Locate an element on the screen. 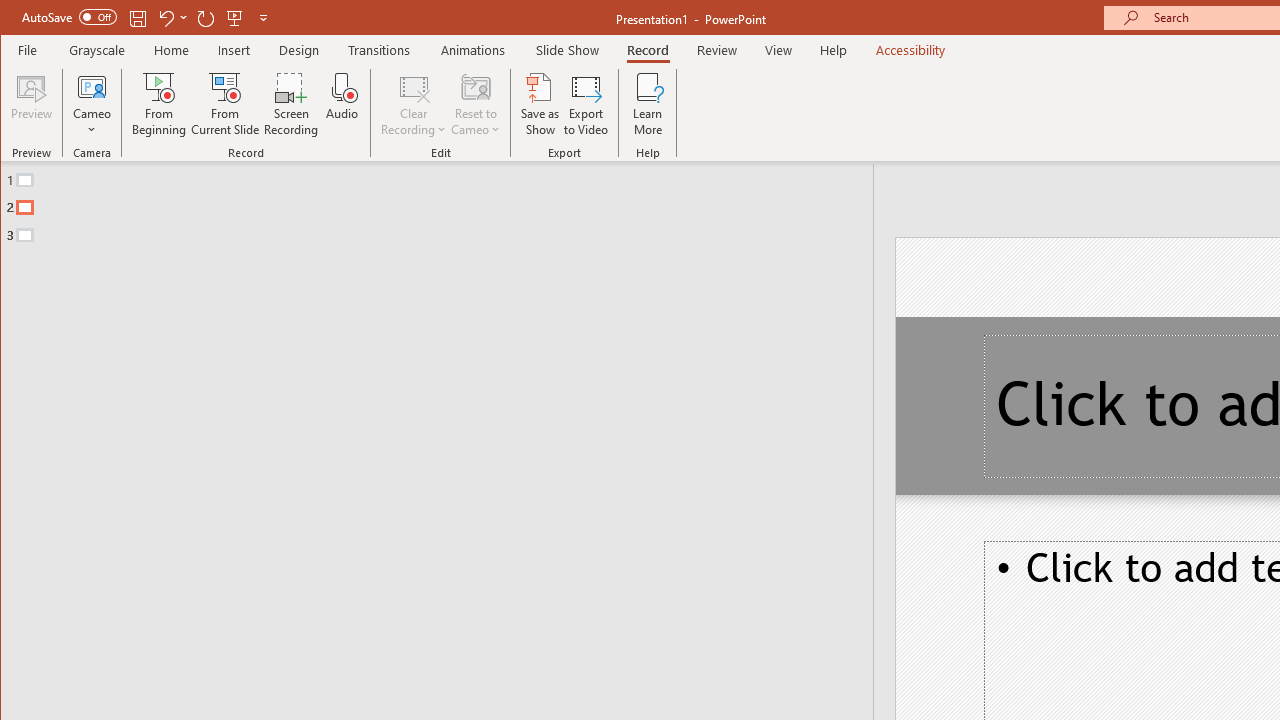 This screenshot has width=1280, height=720. 'Export to Video' is located at coordinates (585, 104).